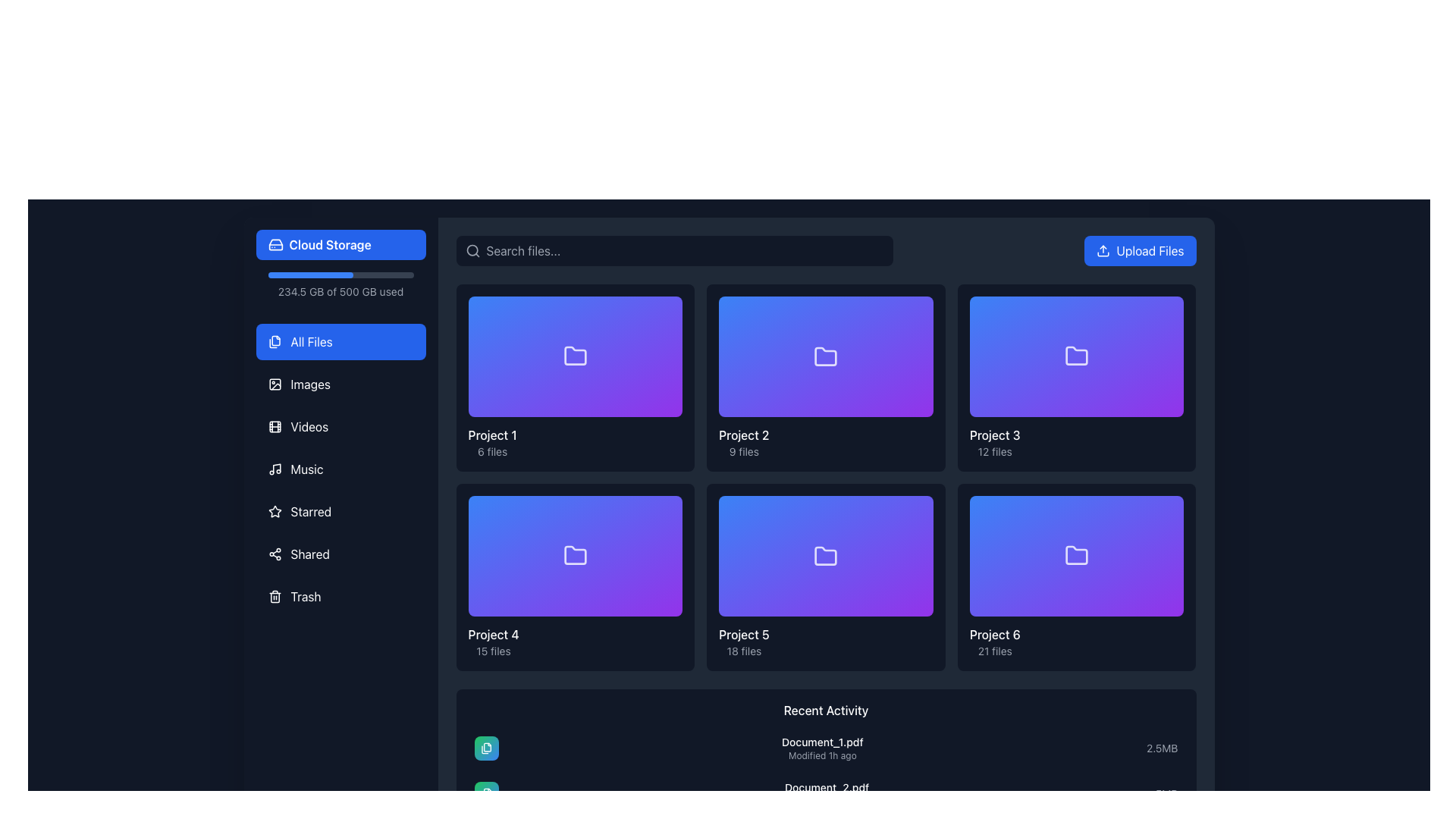 The image size is (1456, 819). I want to click on the 'Music' navigational link in the vertical navigation menu, so click(306, 468).